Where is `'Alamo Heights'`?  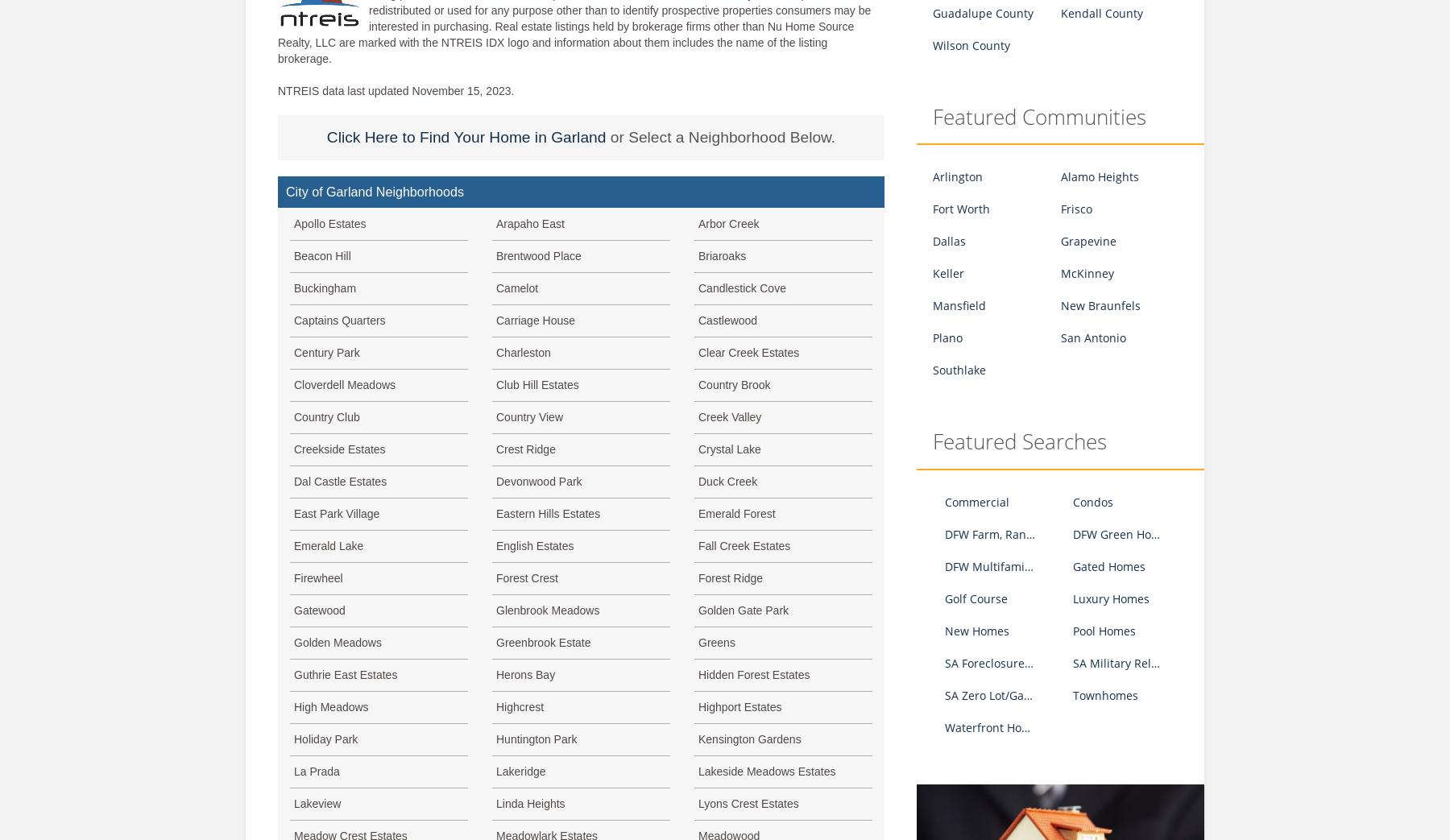
'Alamo Heights' is located at coordinates (1098, 176).